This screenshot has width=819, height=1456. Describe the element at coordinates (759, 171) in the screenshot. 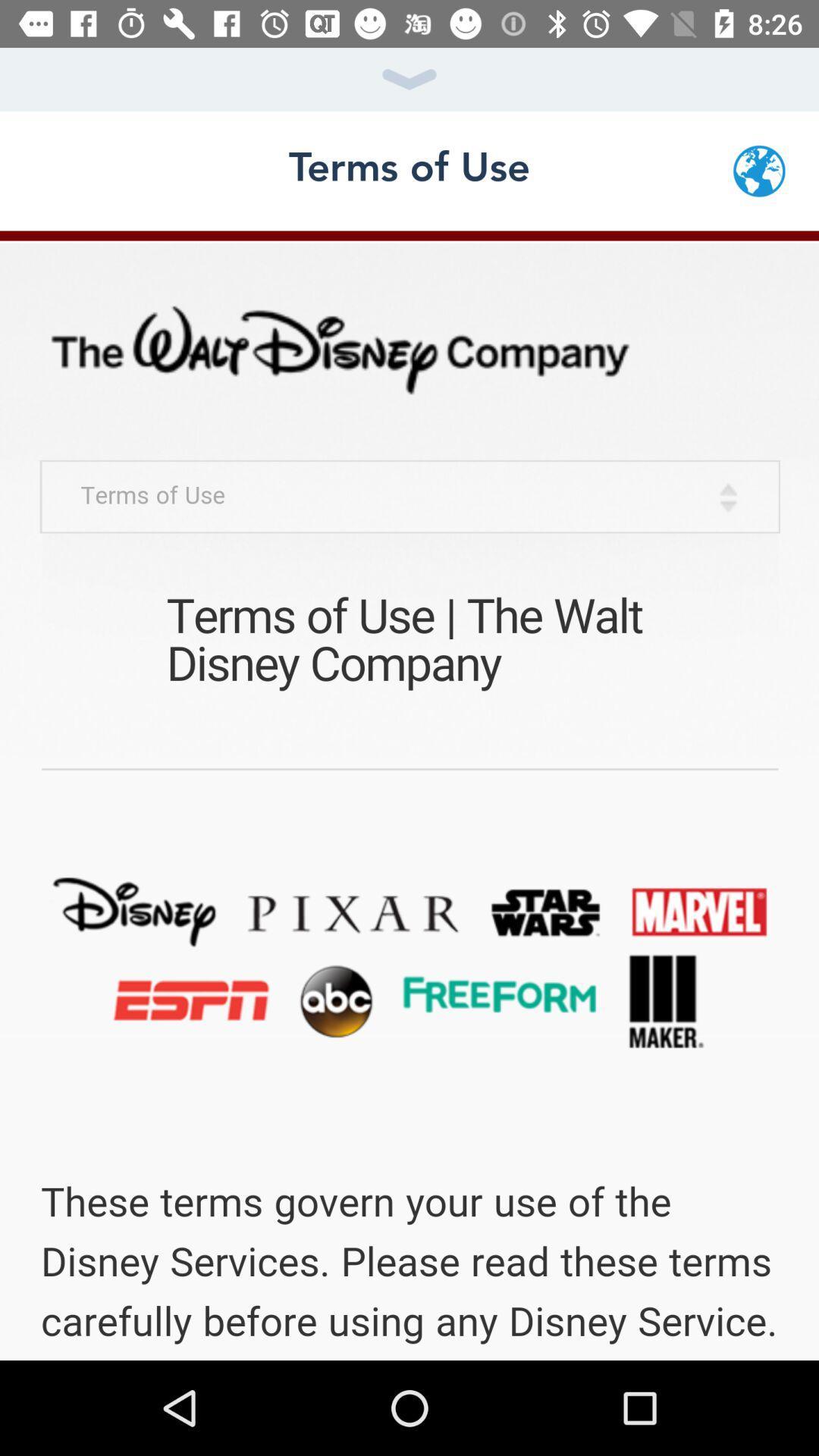

I see `the globe icon` at that location.